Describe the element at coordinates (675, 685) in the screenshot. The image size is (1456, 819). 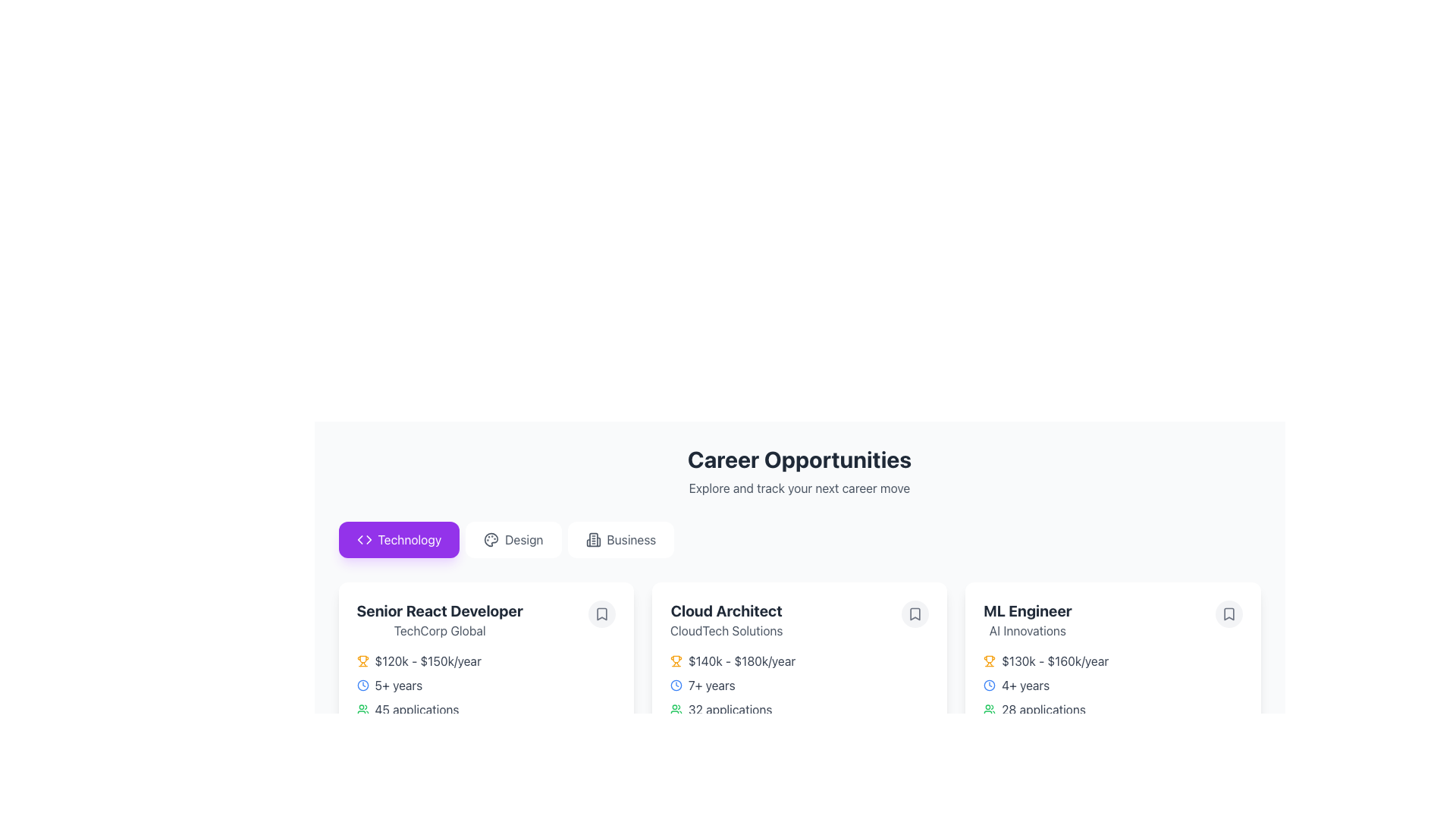
I see `the circular base of the clock icon located near the title 'Cloud Architect' under the Career Opportunities section` at that location.